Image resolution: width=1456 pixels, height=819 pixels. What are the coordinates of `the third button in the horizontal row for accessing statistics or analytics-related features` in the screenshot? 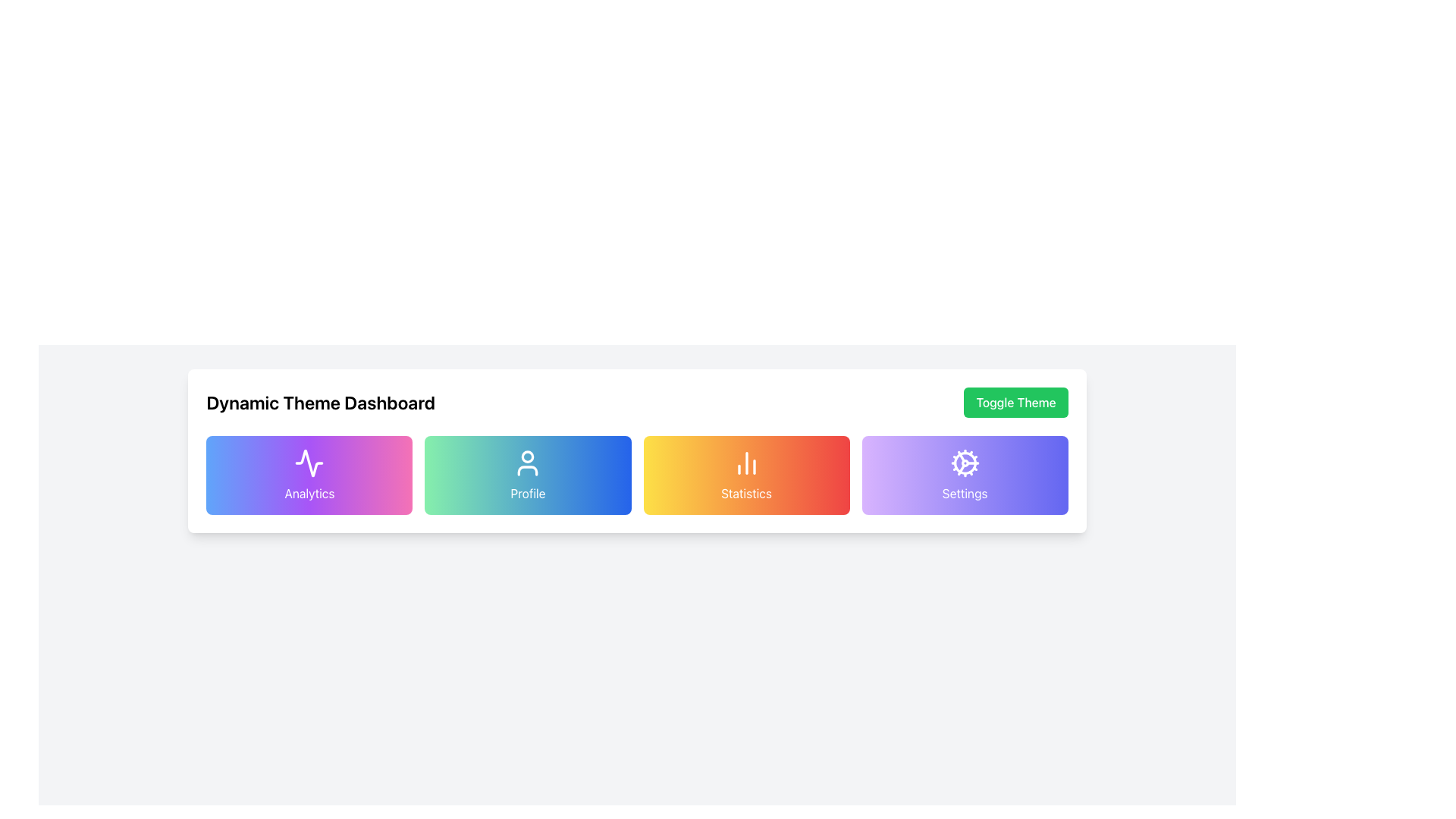 It's located at (746, 475).